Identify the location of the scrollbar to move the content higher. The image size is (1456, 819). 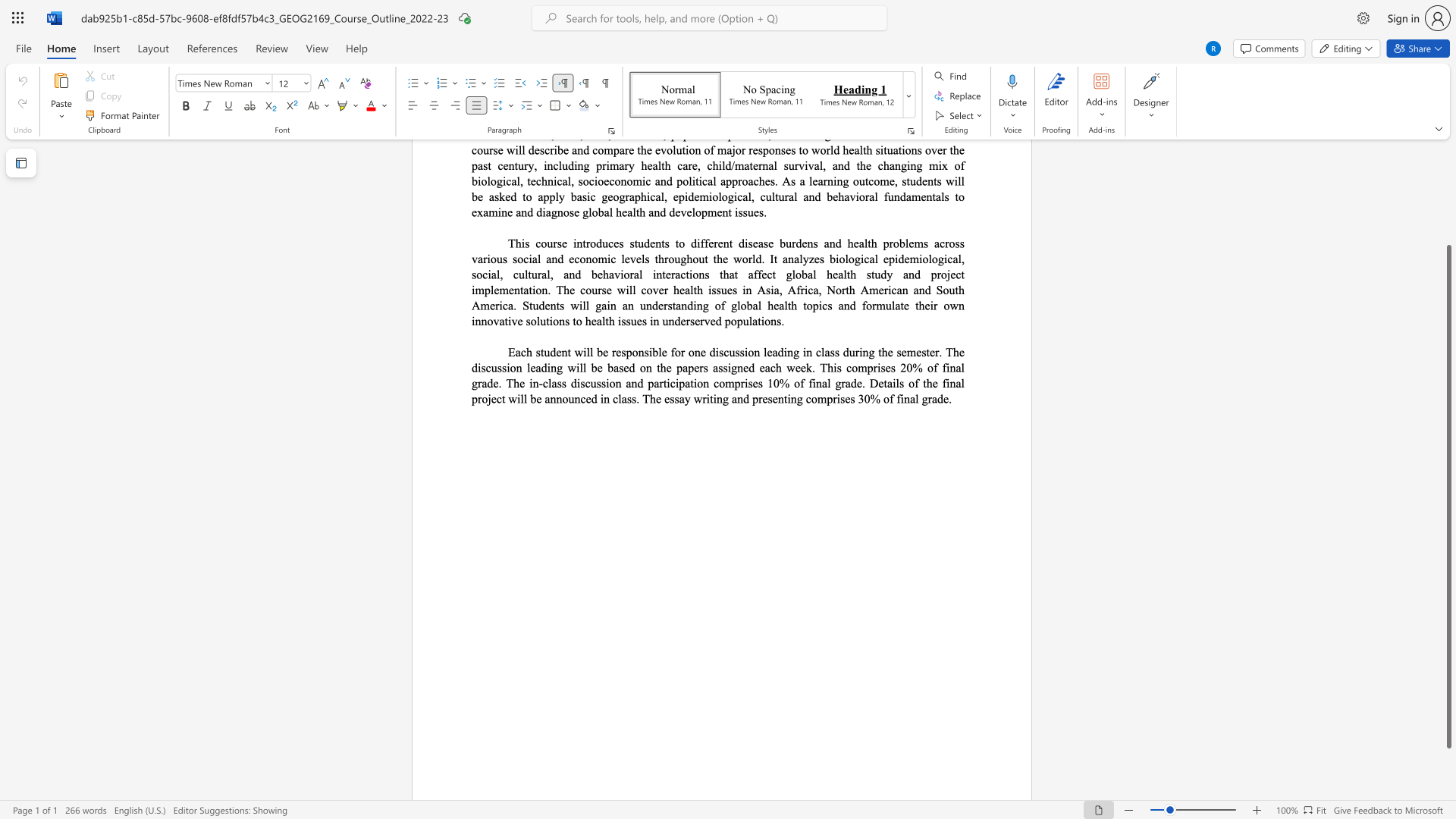
(1448, 174).